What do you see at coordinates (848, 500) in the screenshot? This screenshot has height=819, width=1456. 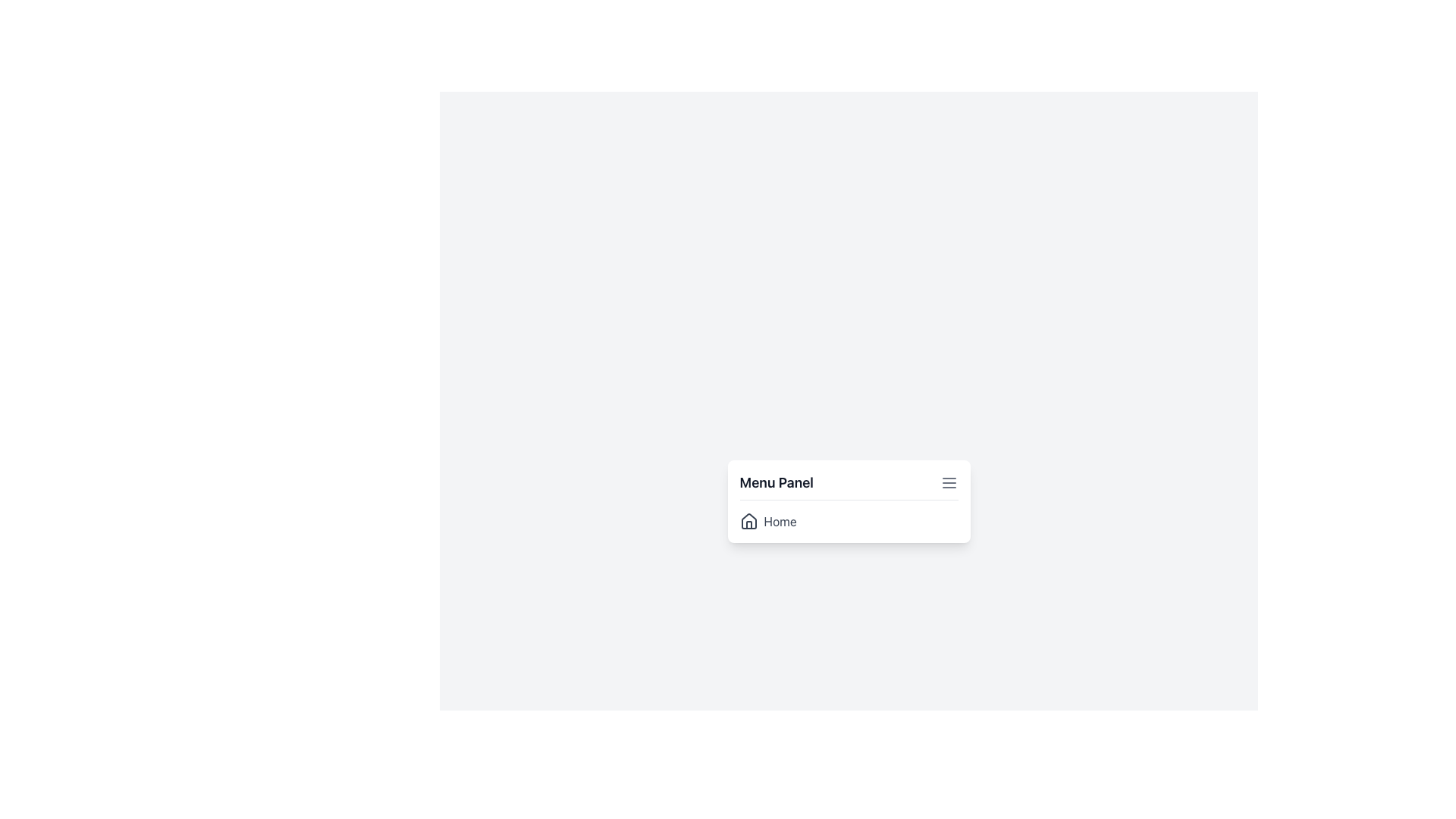 I see `the Menu Panel` at bounding box center [848, 500].